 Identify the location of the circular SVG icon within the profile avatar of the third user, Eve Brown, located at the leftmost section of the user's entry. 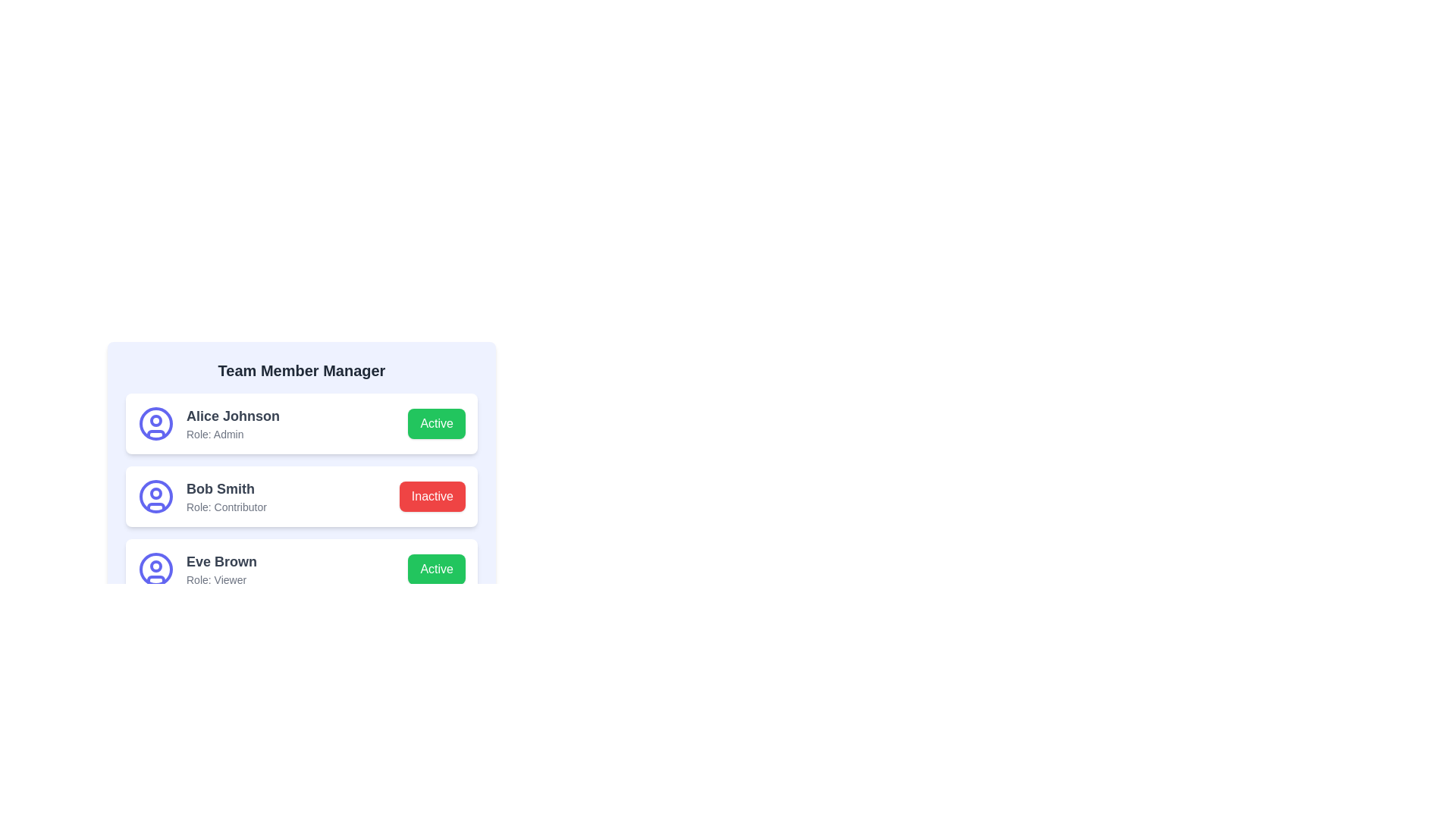
(156, 570).